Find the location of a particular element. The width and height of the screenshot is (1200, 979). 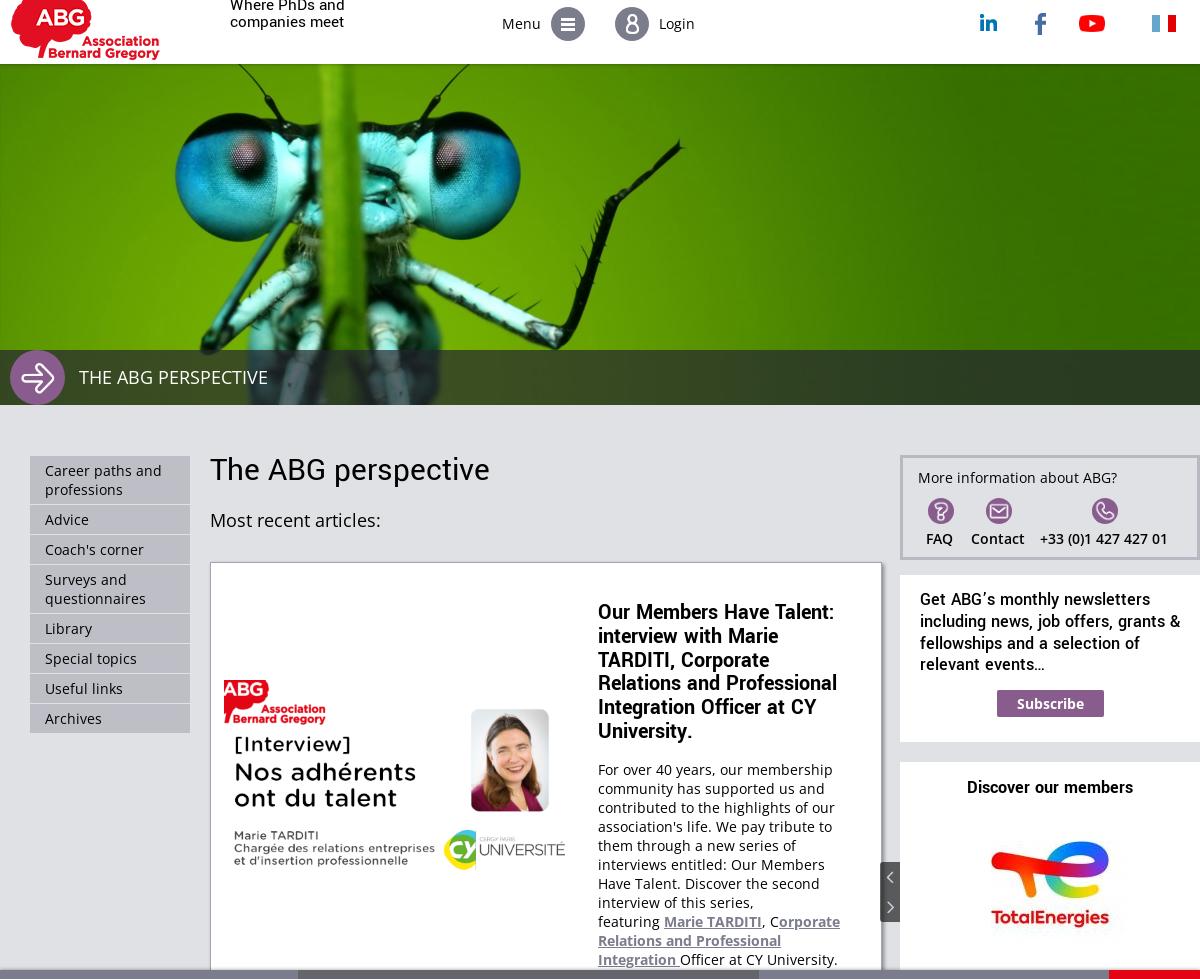

'Get ABG’s monthly newsletters including news, job offers, grants & fellowships and a selection of relevant events…' is located at coordinates (920, 631).